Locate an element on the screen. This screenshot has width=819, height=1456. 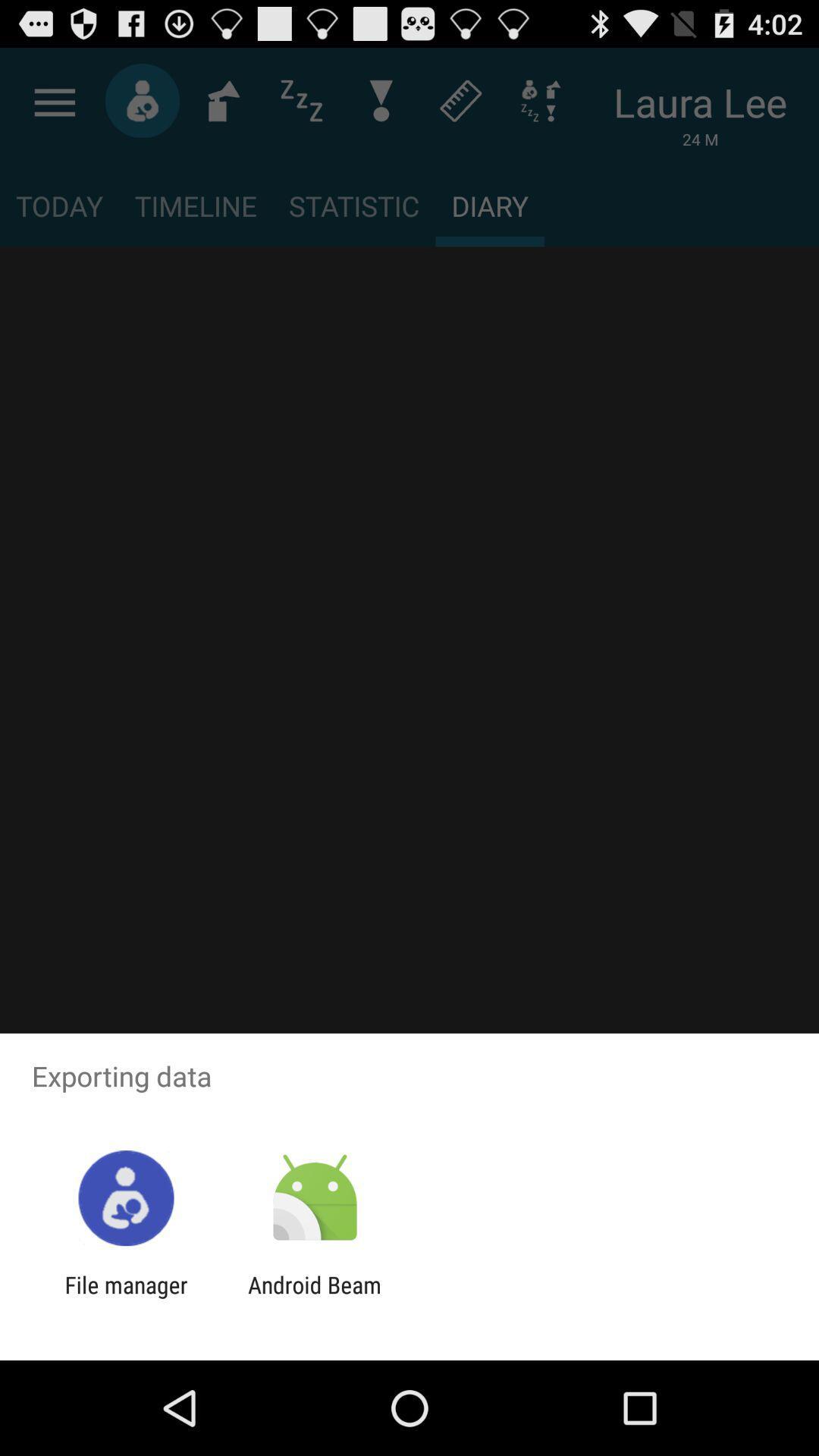
icon to the right of the file manager app is located at coordinates (314, 1298).